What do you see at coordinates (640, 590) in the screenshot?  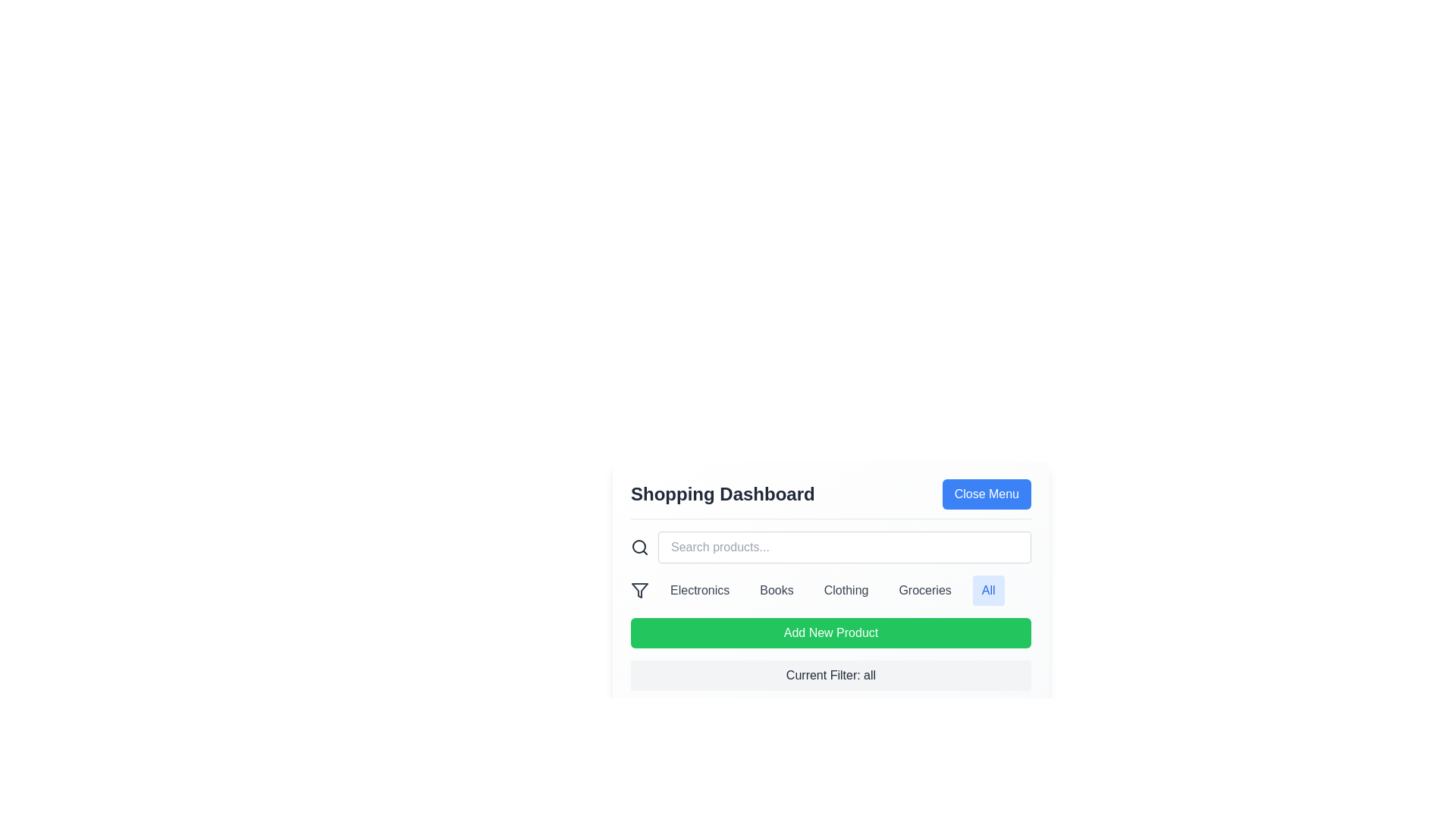 I see `the filter icon located on the leftmost side of the horizontal category navigation bar, which is positioned directly before the 'Electronics' text button` at bounding box center [640, 590].